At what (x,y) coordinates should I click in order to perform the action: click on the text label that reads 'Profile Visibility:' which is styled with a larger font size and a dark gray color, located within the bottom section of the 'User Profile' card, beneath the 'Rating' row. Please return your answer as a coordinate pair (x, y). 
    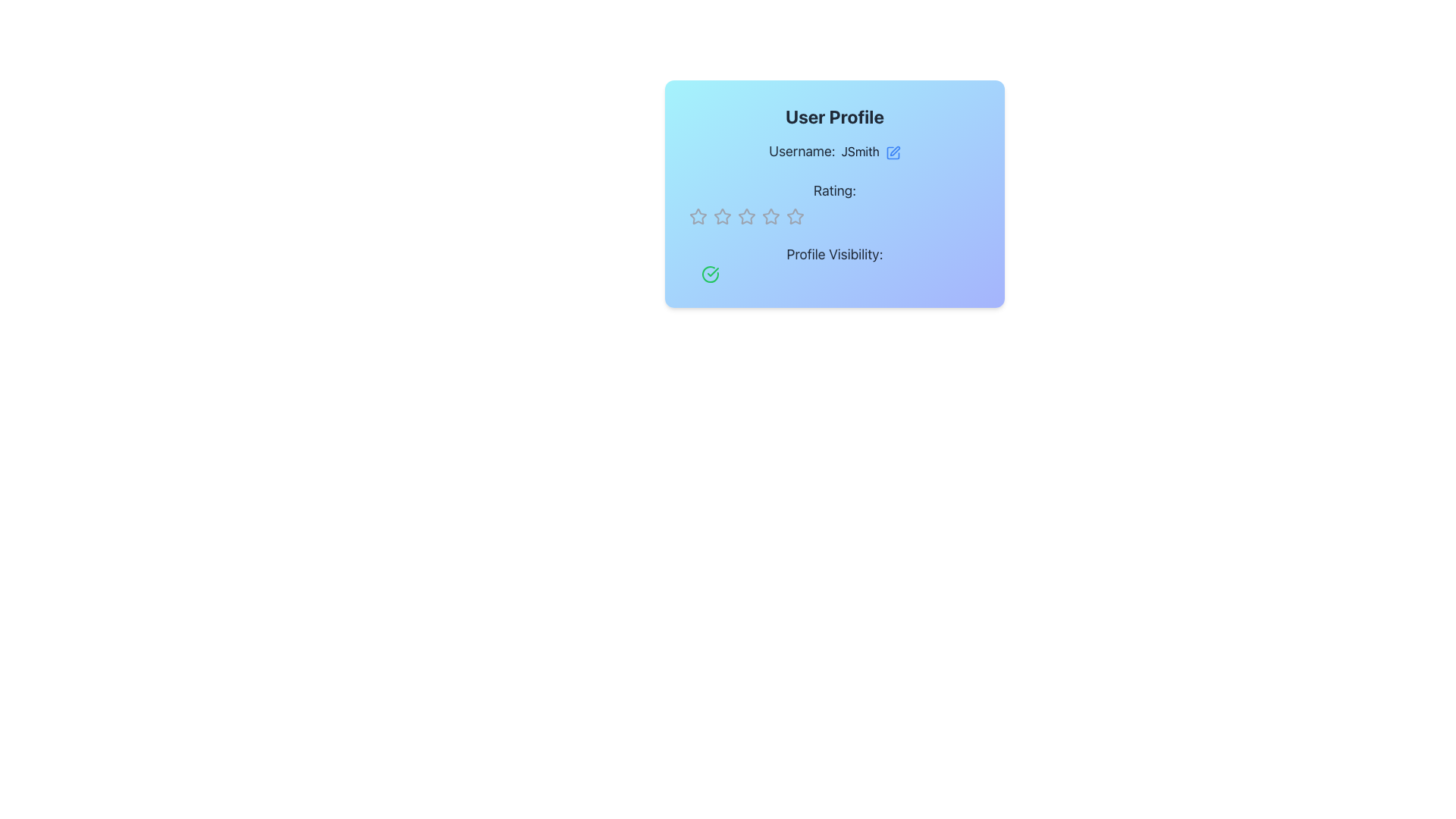
    Looking at the image, I should click on (833, 253).